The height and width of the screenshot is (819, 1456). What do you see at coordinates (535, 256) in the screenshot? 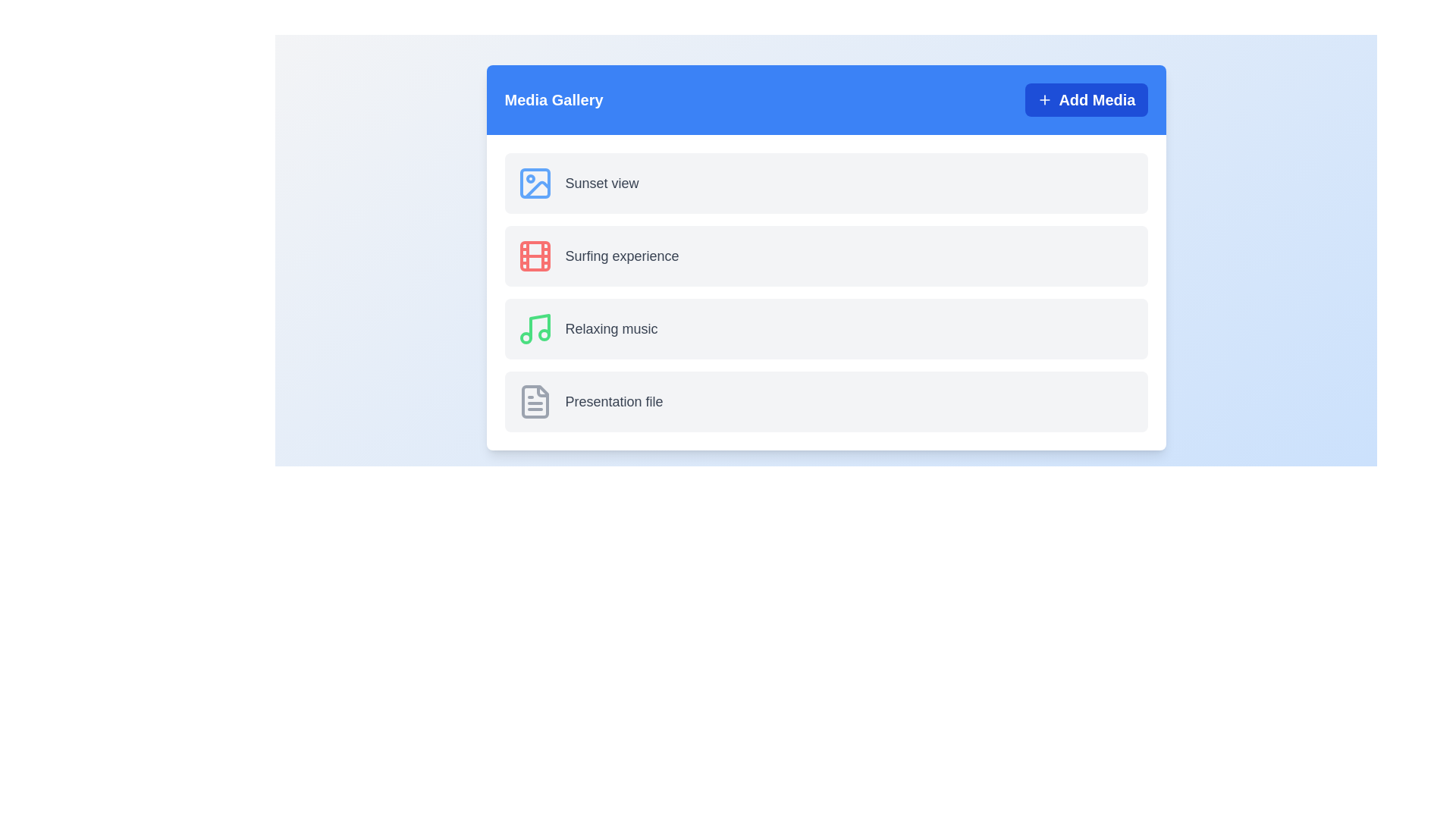
I see `the red-colored filmstrip icon located to the left of the text 'Surfing experience'` at bounding box center [535, 256].